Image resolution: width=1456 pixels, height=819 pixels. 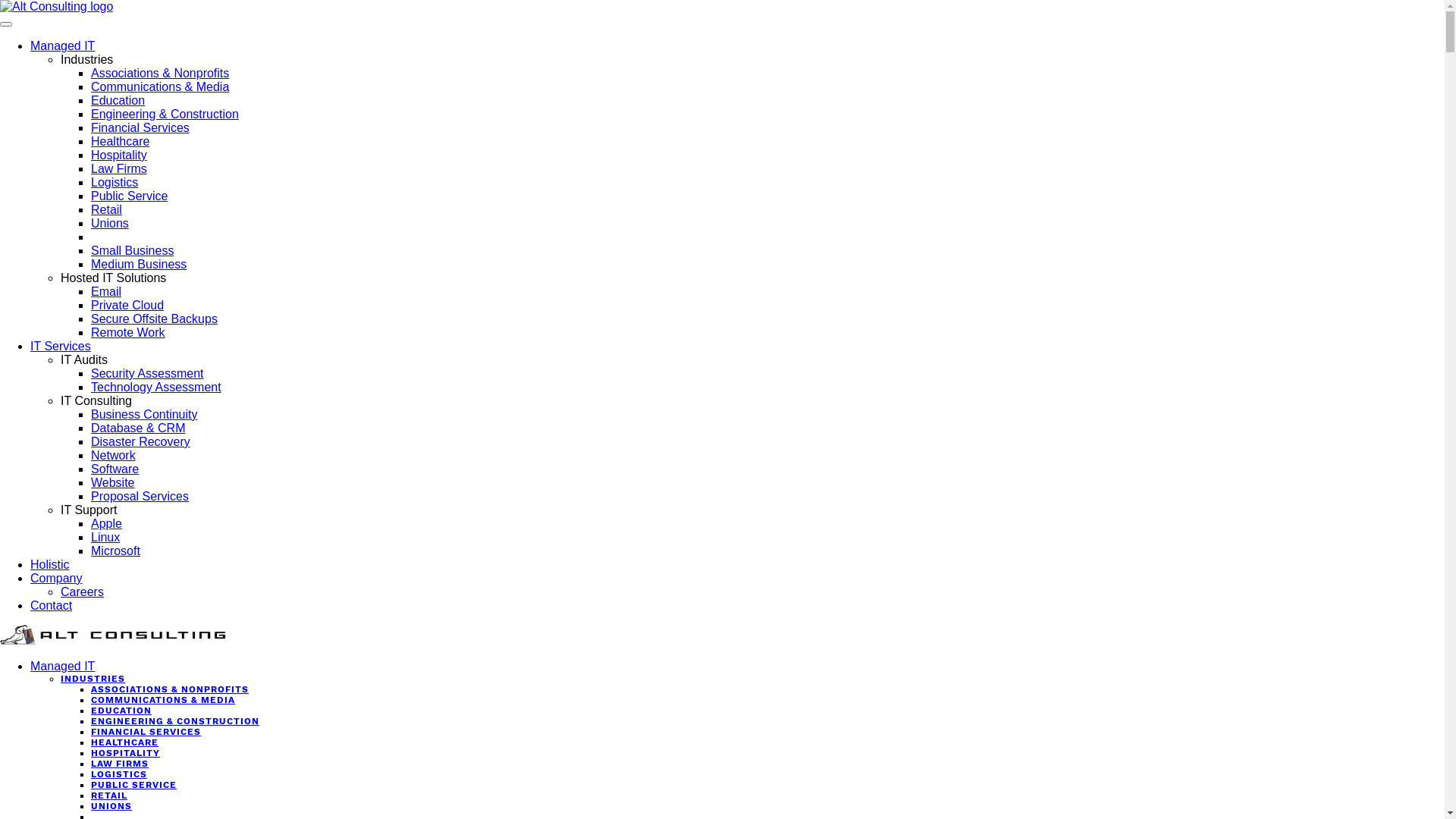 I want to click on 'COMMUNICATIONS & MEDIA', so click(x=163, y=699).